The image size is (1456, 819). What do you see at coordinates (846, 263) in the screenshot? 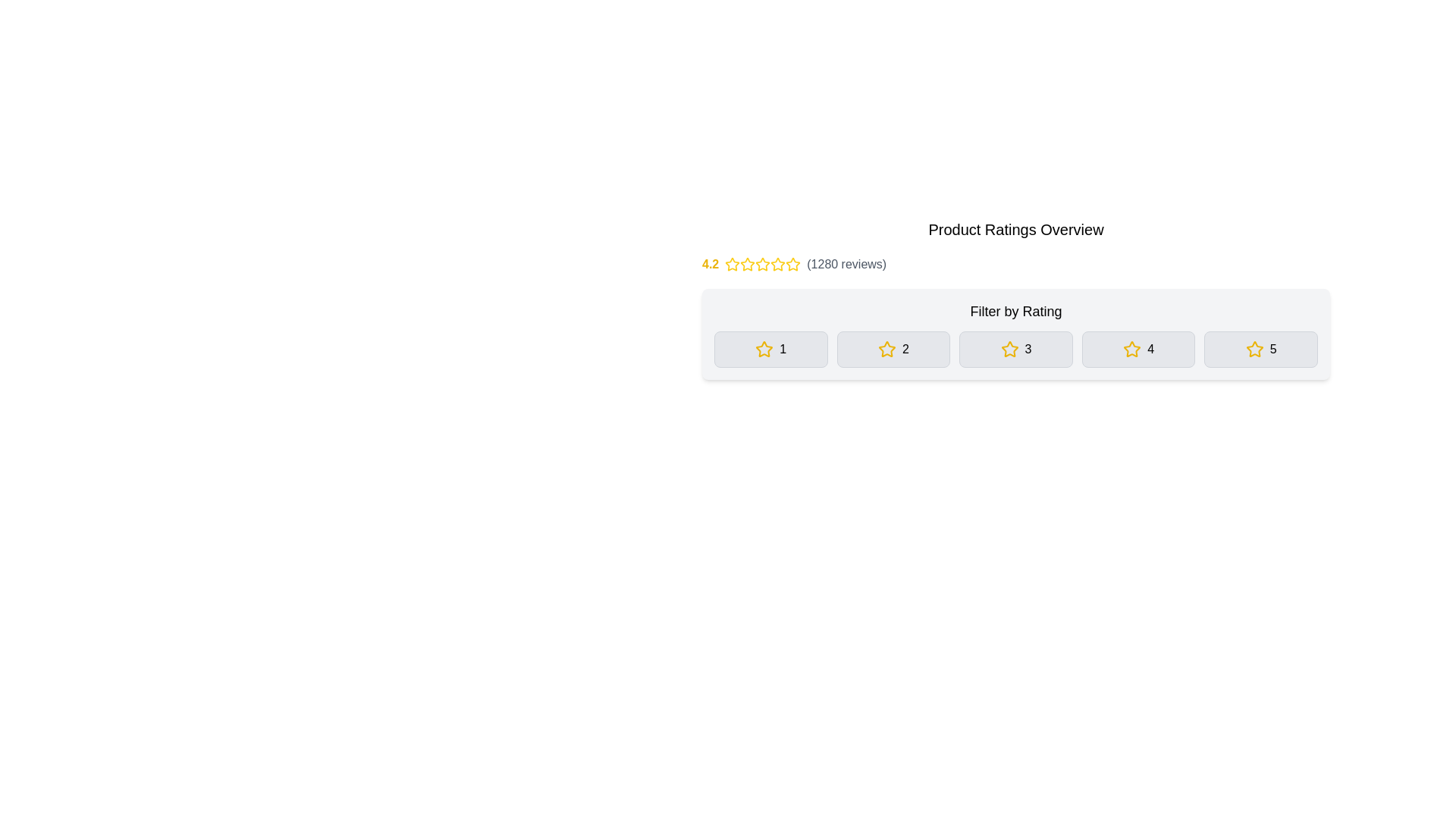
I see `the text label element displaying '(1280 reviews)' styled in gray color, located to the right of the star rating and numeric score (4.2)` at bounding box center [846, 263].